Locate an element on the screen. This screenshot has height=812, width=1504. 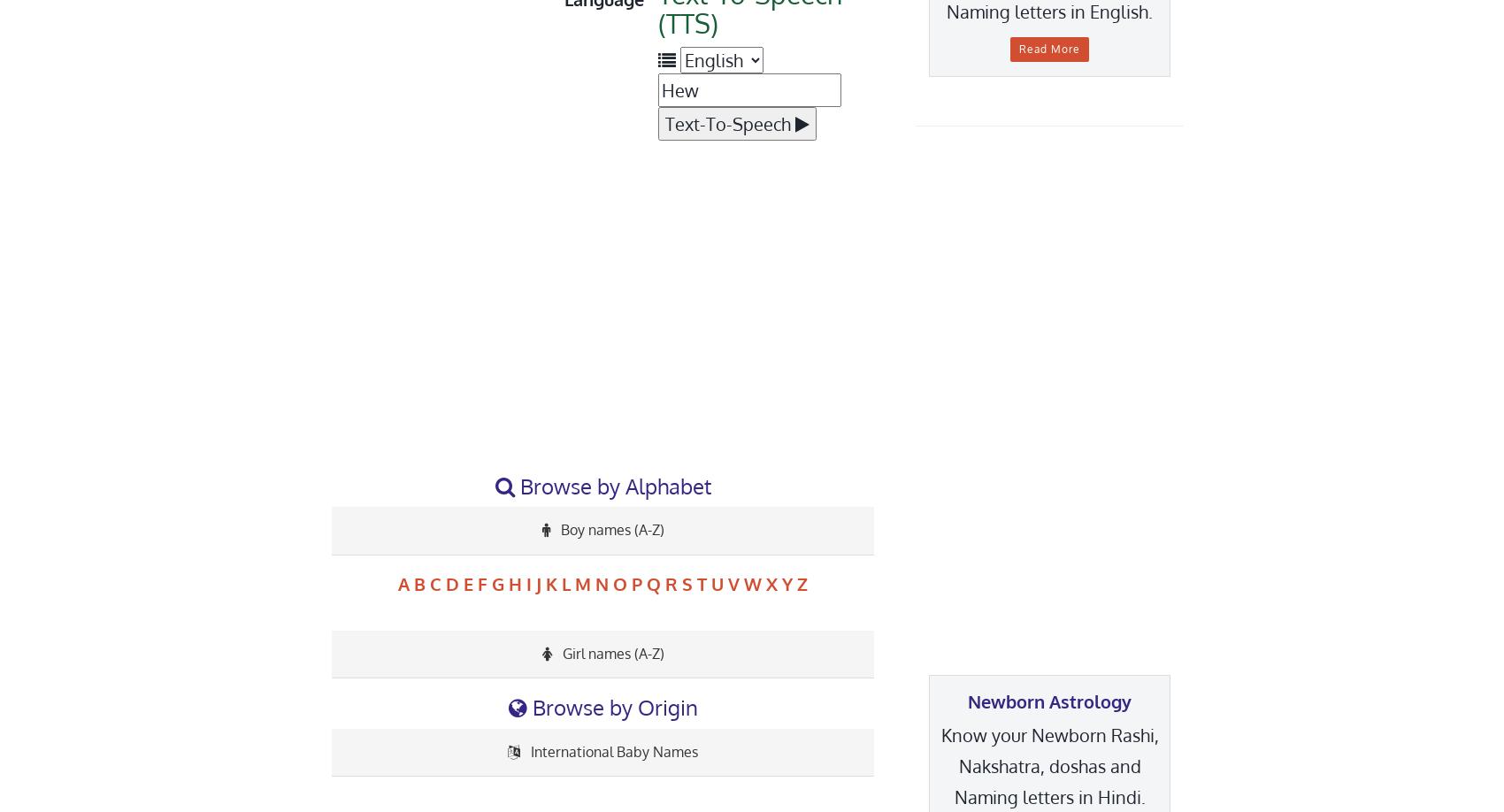
'W' is located at coordinates (742, 583).